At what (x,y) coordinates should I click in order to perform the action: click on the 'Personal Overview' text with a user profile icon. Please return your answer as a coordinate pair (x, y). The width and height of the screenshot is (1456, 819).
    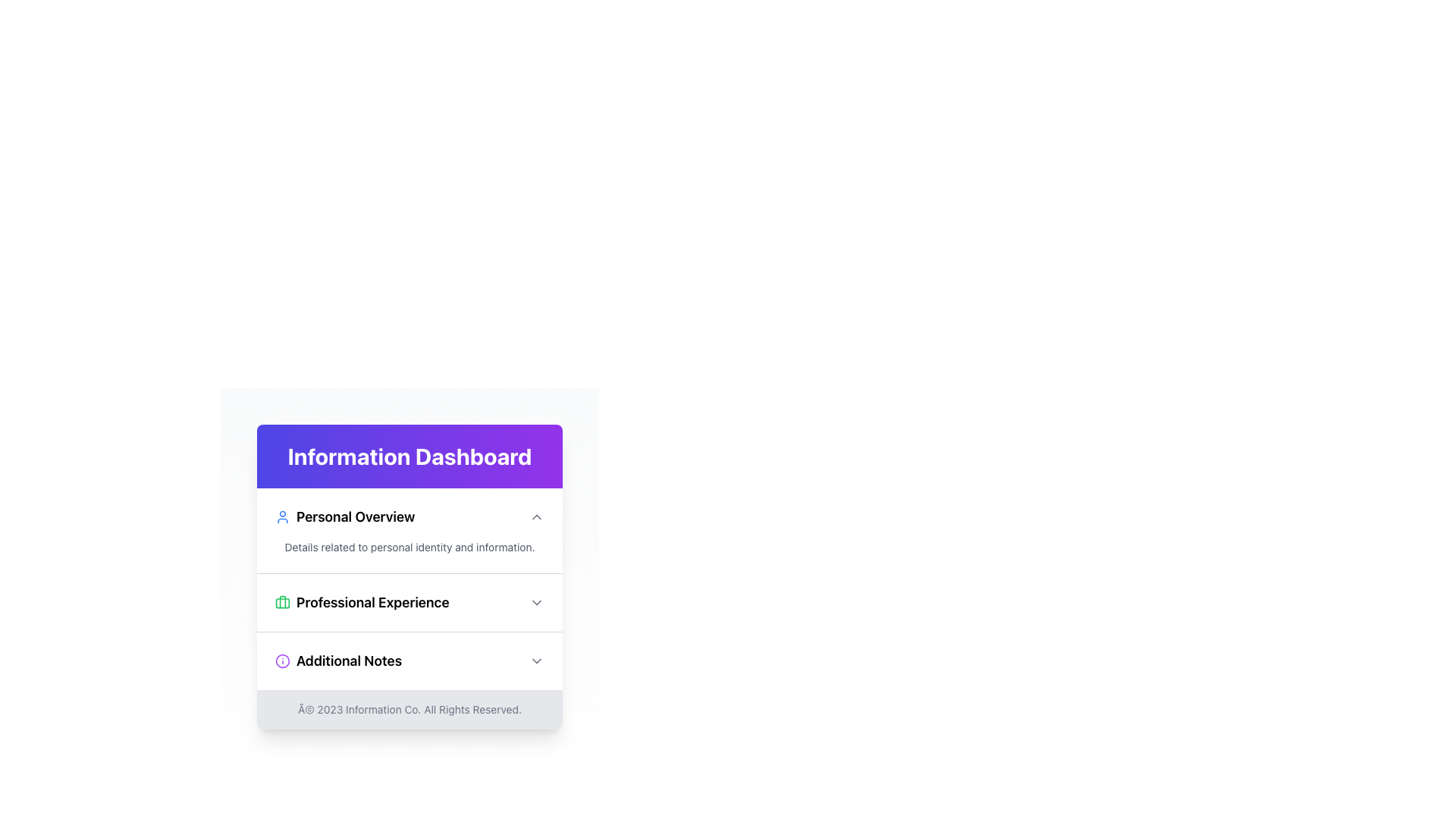
    Looking at the image, I should click on (344, 516).